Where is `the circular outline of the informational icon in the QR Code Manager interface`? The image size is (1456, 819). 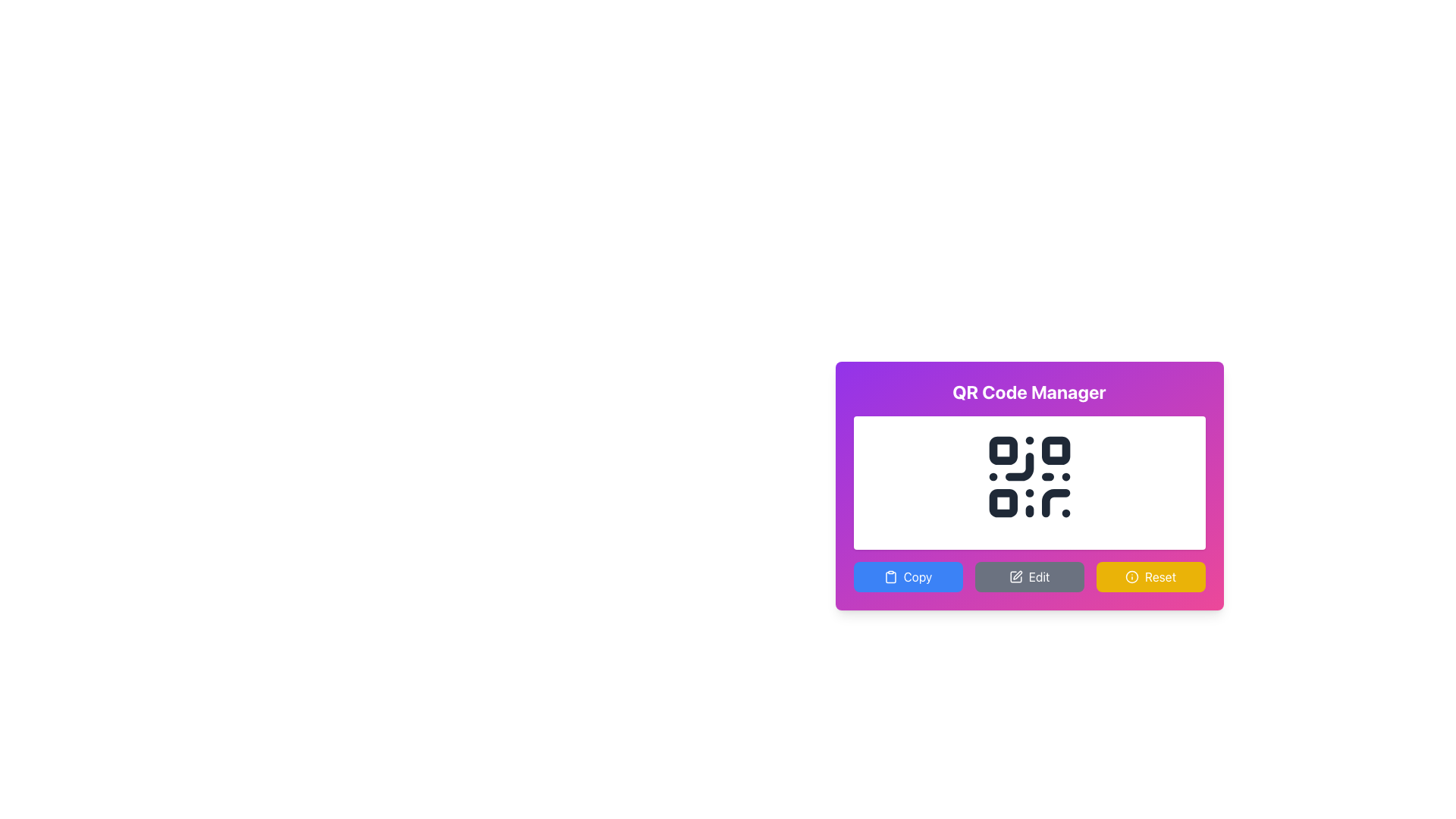
the circular outline of the informational icon in the QR Code Manager interface is located at coordinates (1131, 576).